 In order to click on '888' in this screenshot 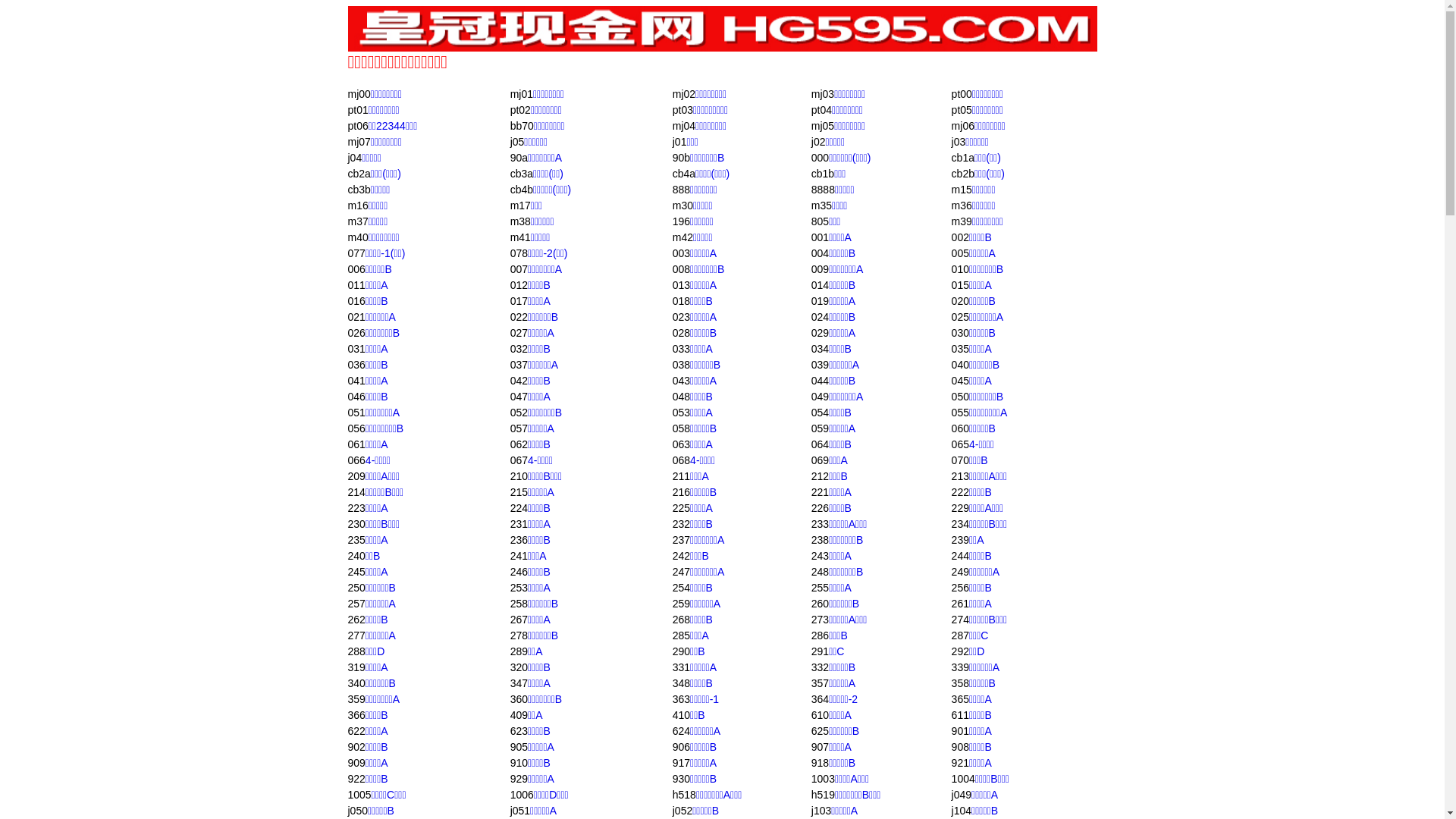, I will do `click(680, 189)`.